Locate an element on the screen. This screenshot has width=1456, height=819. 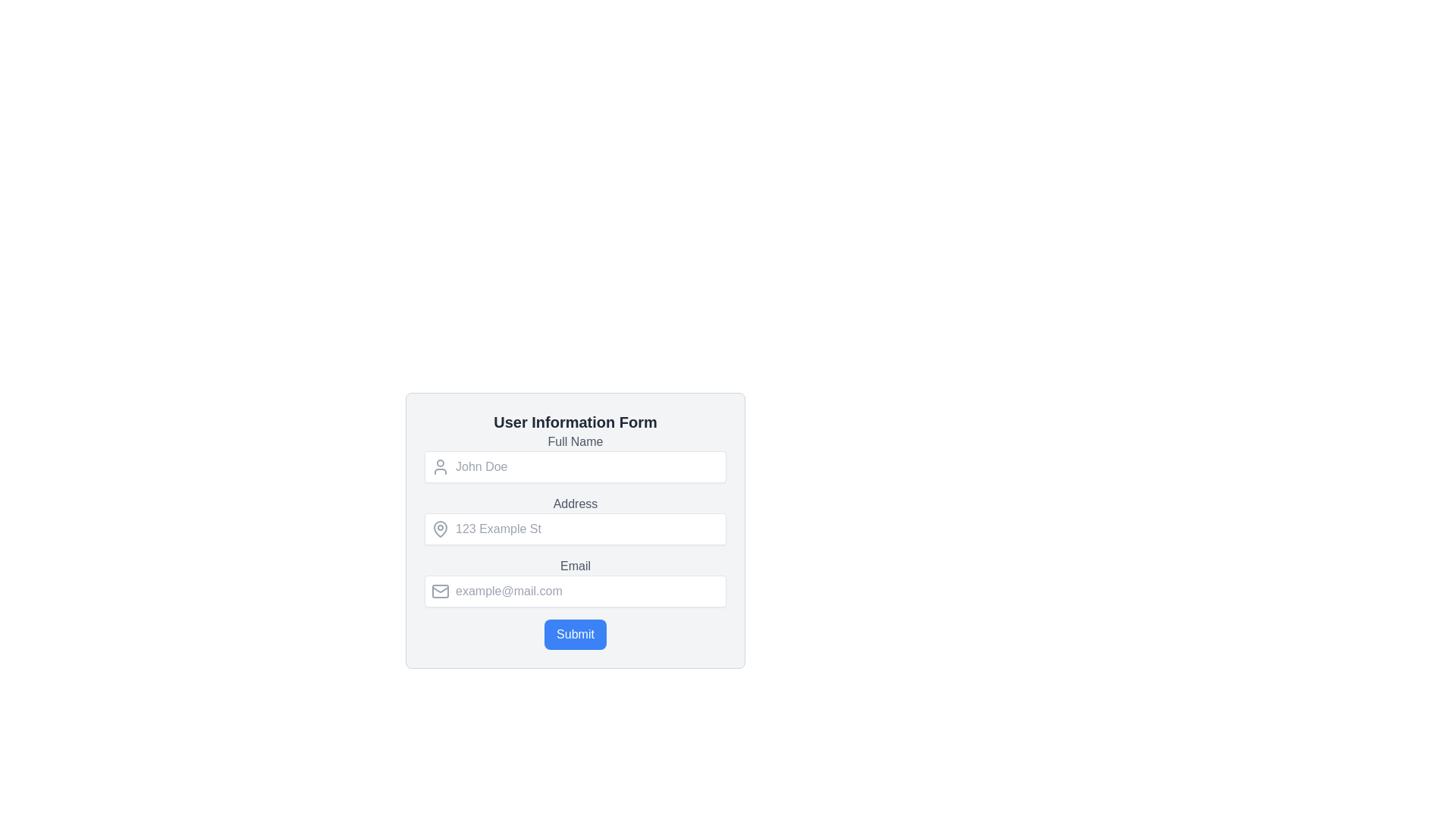
the Decorative Icon located in the 'Email' input section of the 'User Information Form', which enhances the context of the adjacent email input field is located at coordinates (439, 590).